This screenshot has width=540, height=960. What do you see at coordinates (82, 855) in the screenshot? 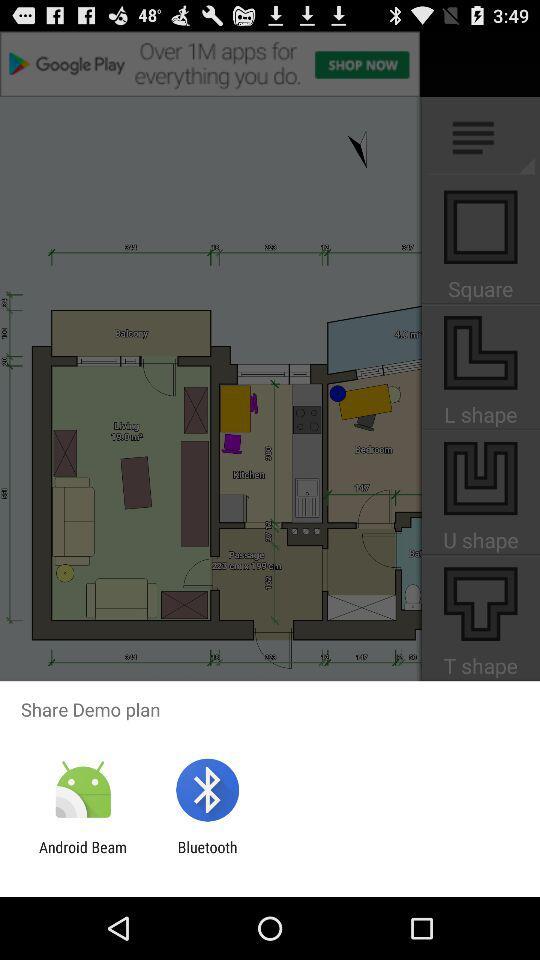
I see `android beam` at bounding box center [82, 855].